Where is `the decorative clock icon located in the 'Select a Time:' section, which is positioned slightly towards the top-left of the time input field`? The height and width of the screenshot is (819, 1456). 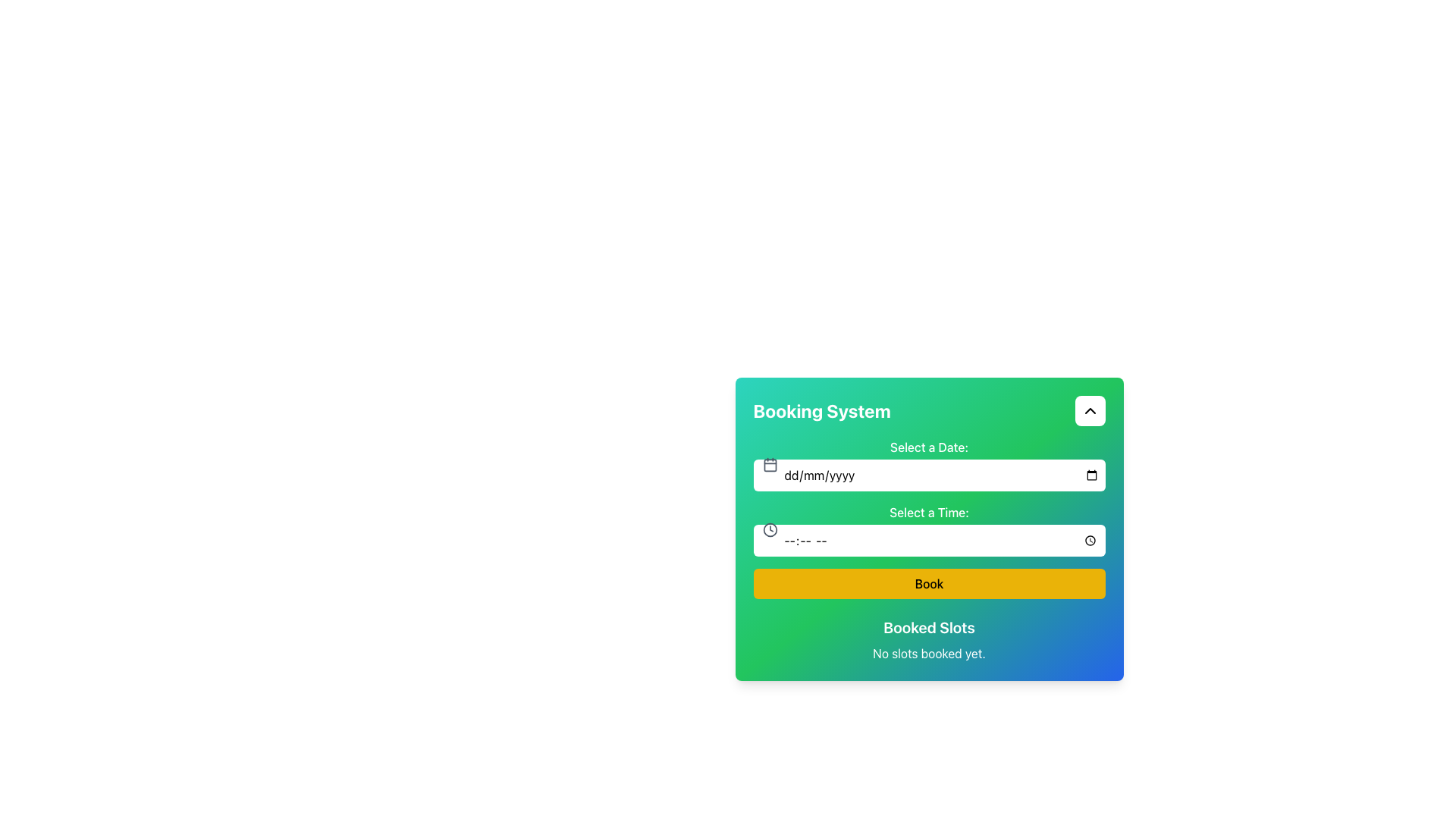
the decorative clock icon located in the 'Select a Time:' section, which is positioned slightly towards the top-left of the time input field is located at coordinates (770, 529).